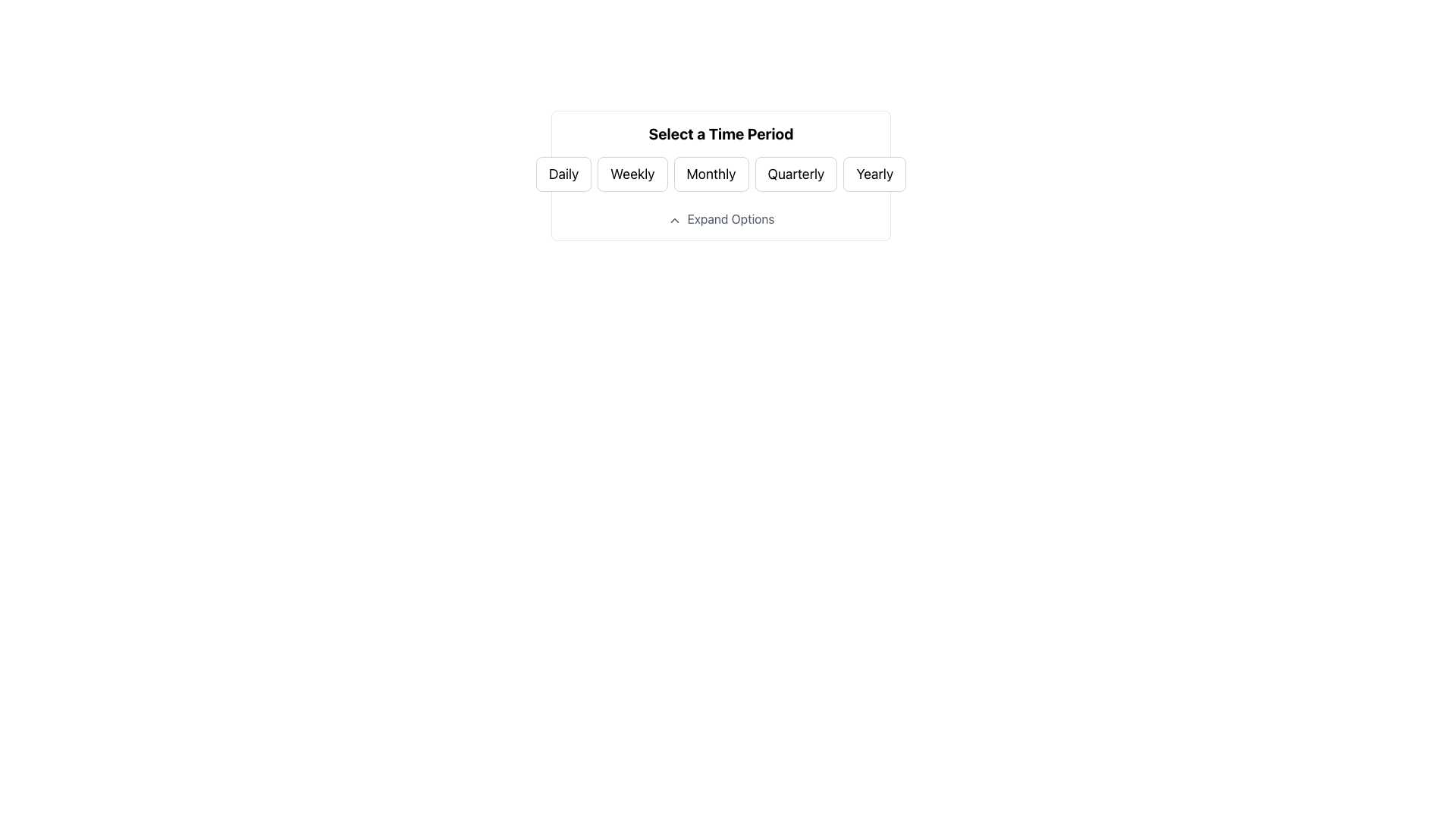 The width and height of the screenshot is (1456, 819). Describe the element at coordinates (874, 174) in the screenshot. I see `the 'Yearly' selection button, which is the fifth button in the series under the 'Select a Time Period' heading` at that location.